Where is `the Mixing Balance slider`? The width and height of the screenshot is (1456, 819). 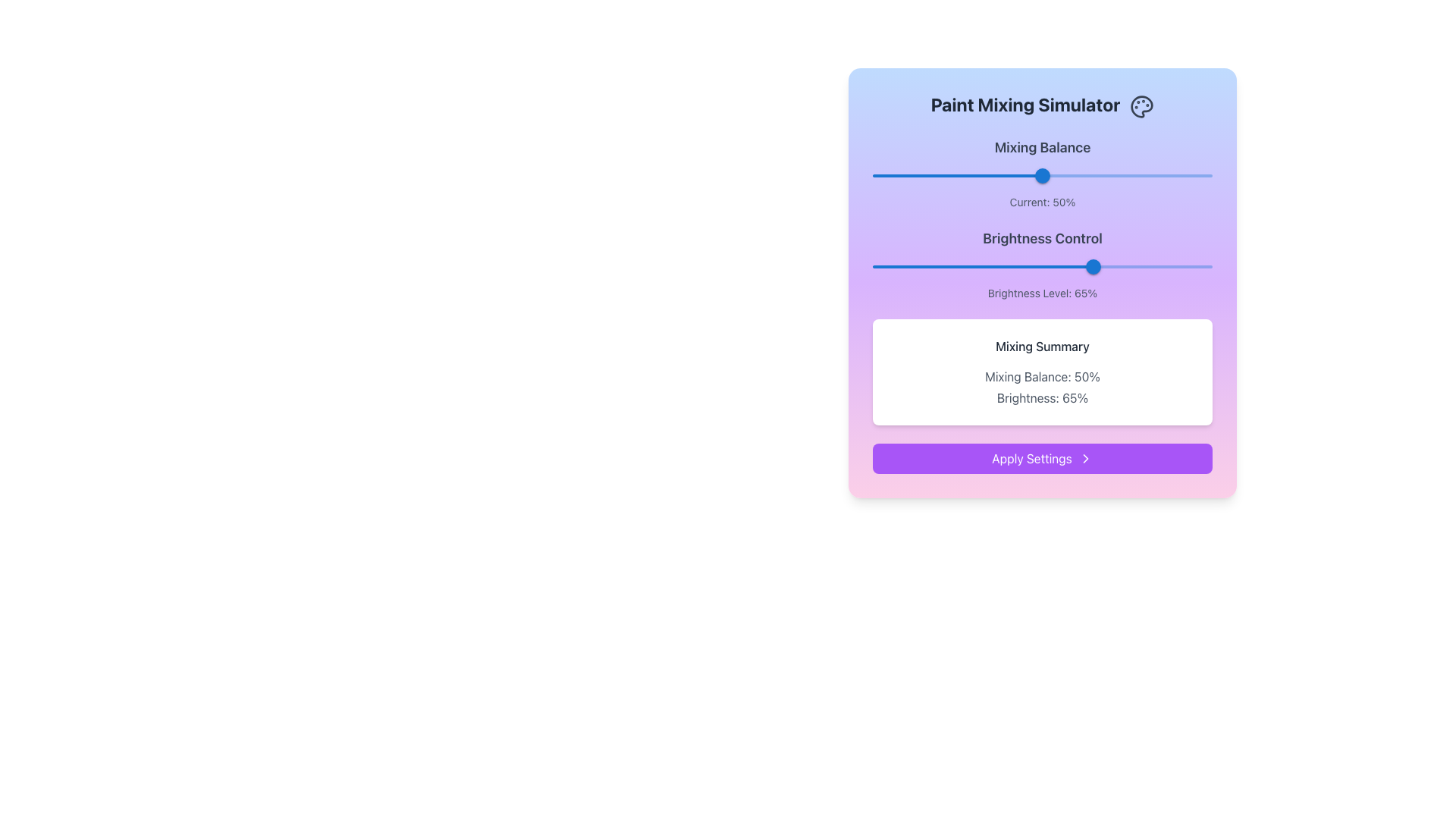 the Mixing Balance slider is located at coordinates (1141, 174).